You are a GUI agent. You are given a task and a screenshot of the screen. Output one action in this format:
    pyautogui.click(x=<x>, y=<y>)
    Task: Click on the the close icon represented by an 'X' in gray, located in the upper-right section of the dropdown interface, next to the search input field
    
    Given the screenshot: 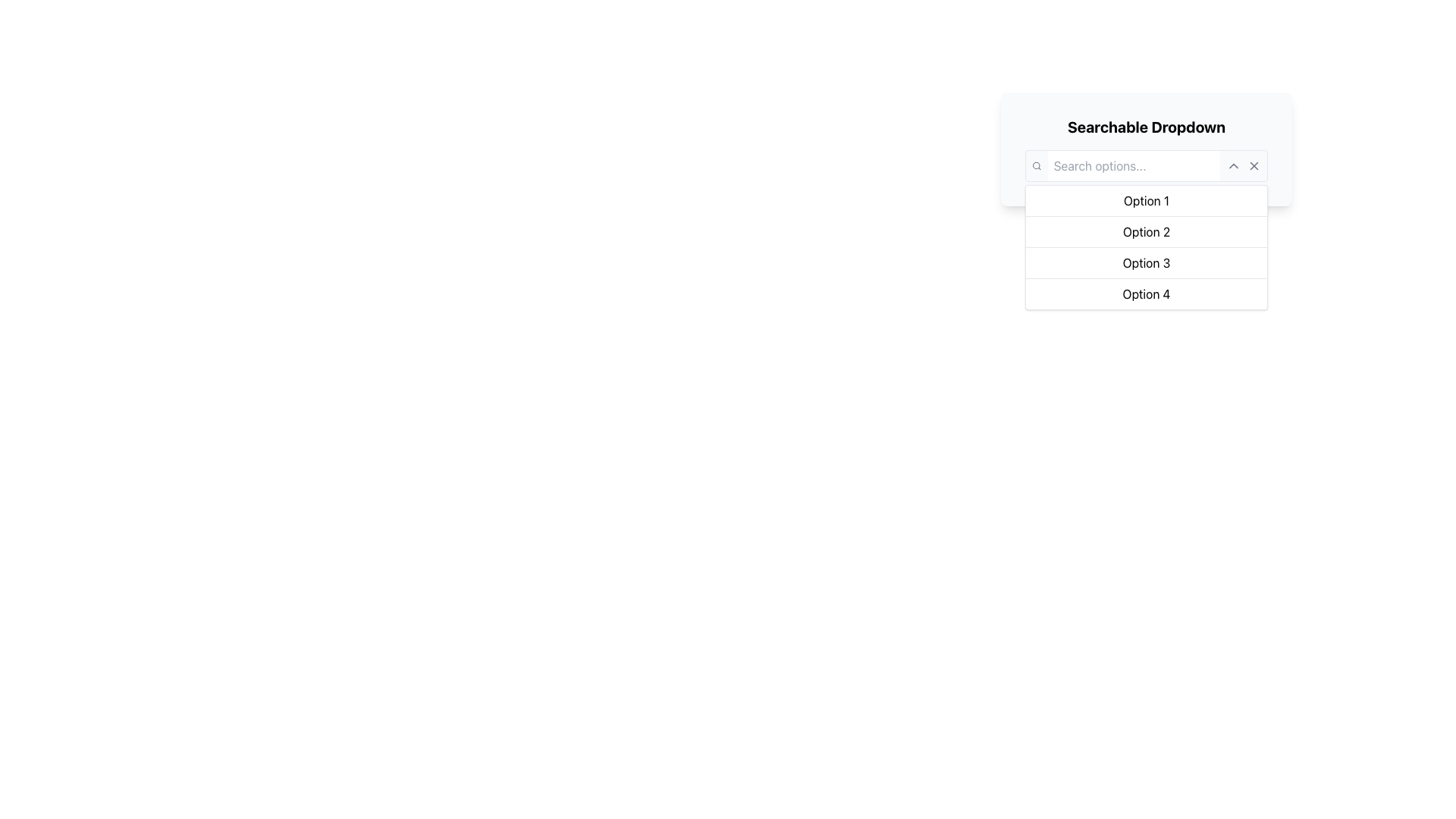 What is the action you would take?
    pyautogui.click(x=1254, y=166)
    